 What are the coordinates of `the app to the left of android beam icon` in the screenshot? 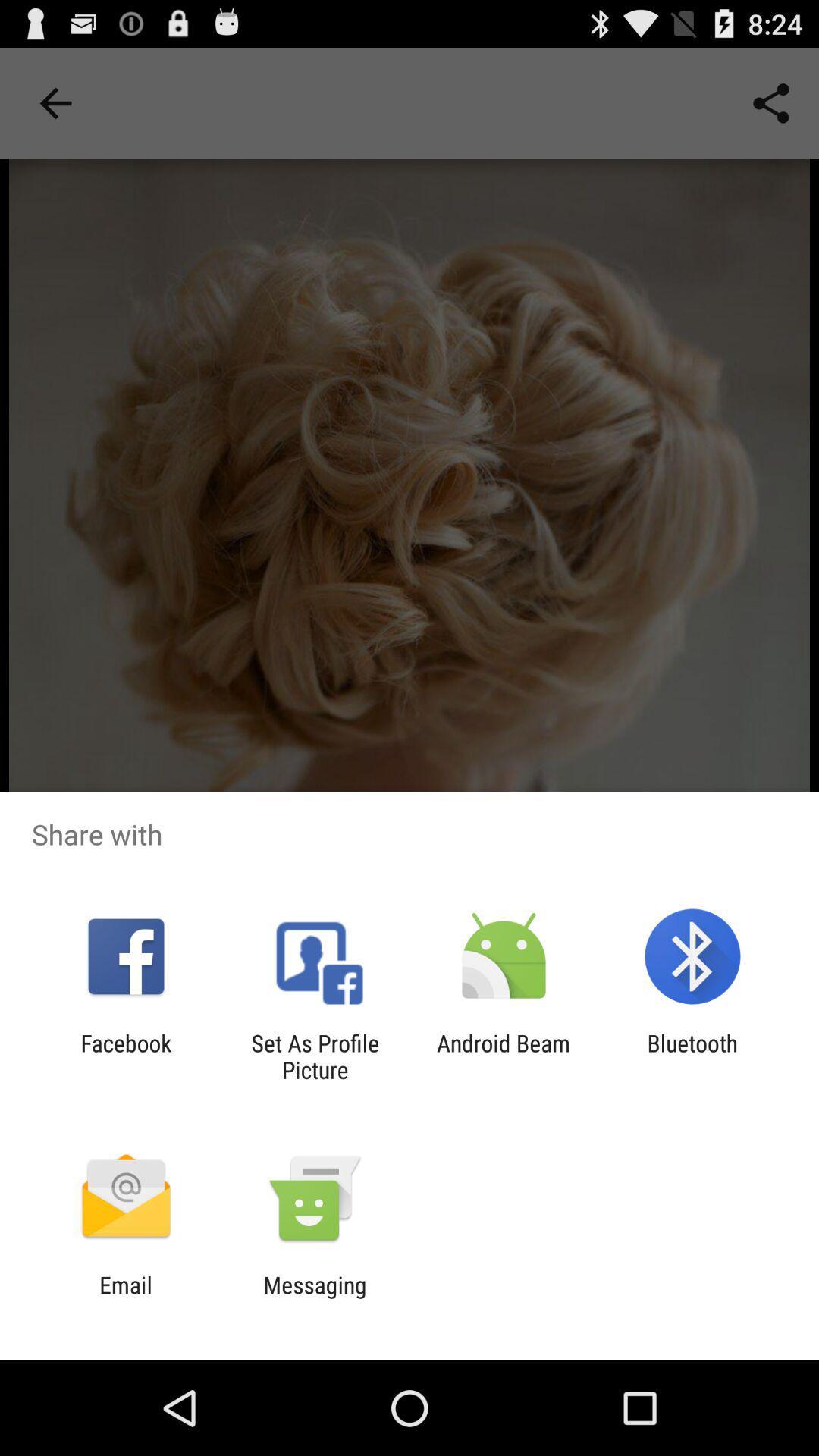 It's located at (314, 1056).